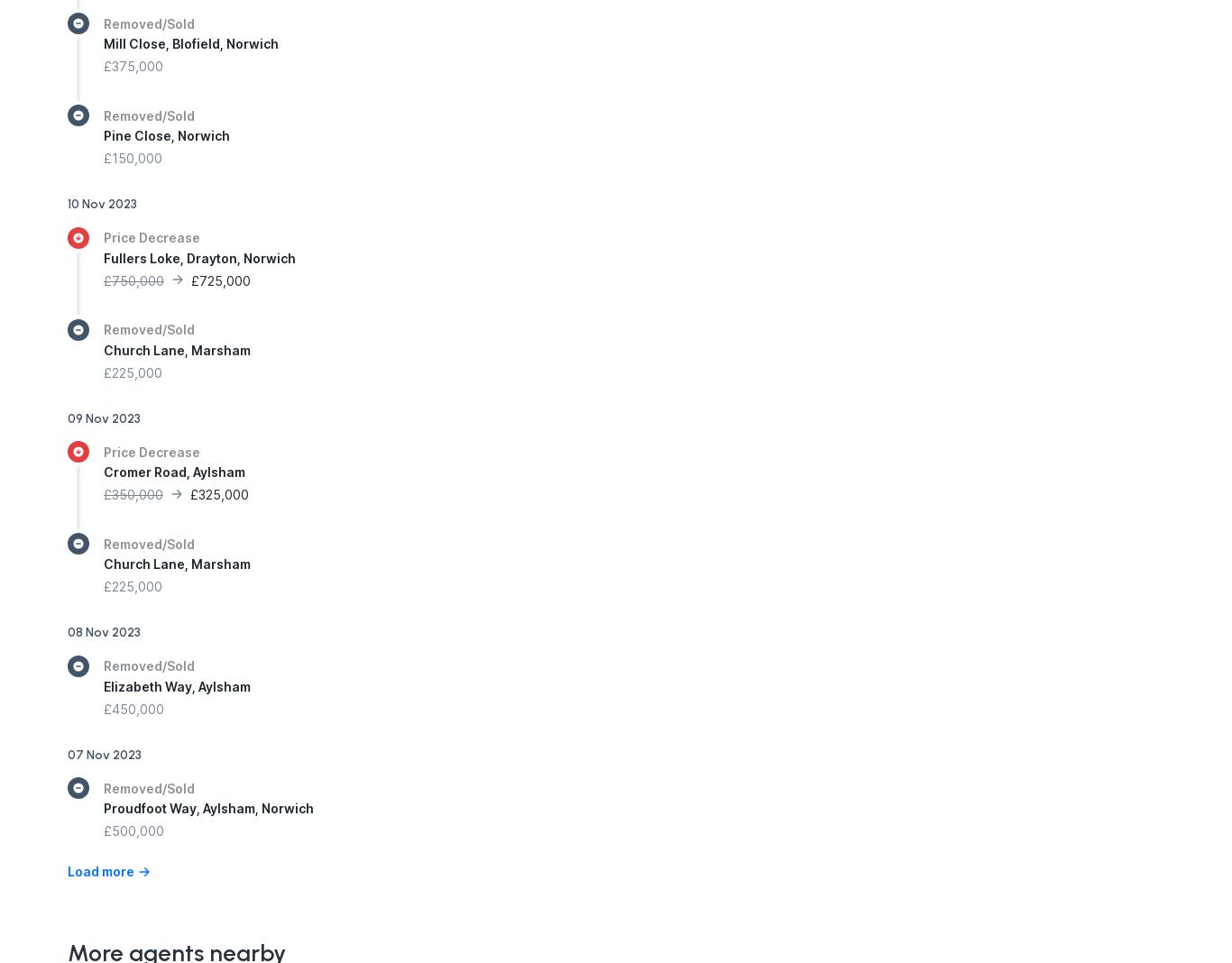 This screenshot has width=1232, height=963. Describe the element at coordinates (224, 493) in the screenshot. I see `'325,000'` at that location.